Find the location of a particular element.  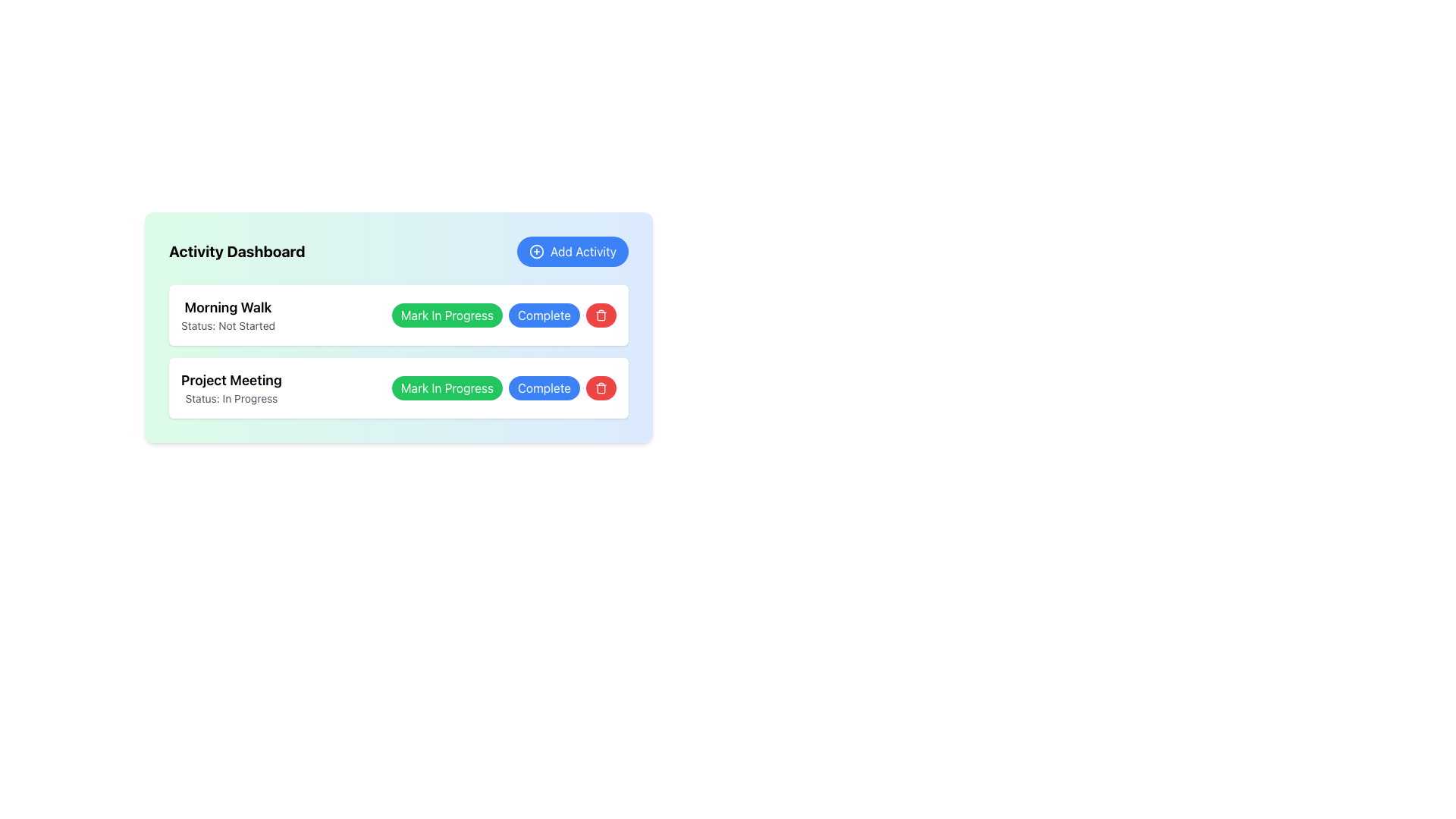

the text block that displays detailed information about the task titled 'Project Meeting' and its status 'In Progress', located in the second card of the vertical stack under 'Morning Walk' is located at coordinates (231, 388).